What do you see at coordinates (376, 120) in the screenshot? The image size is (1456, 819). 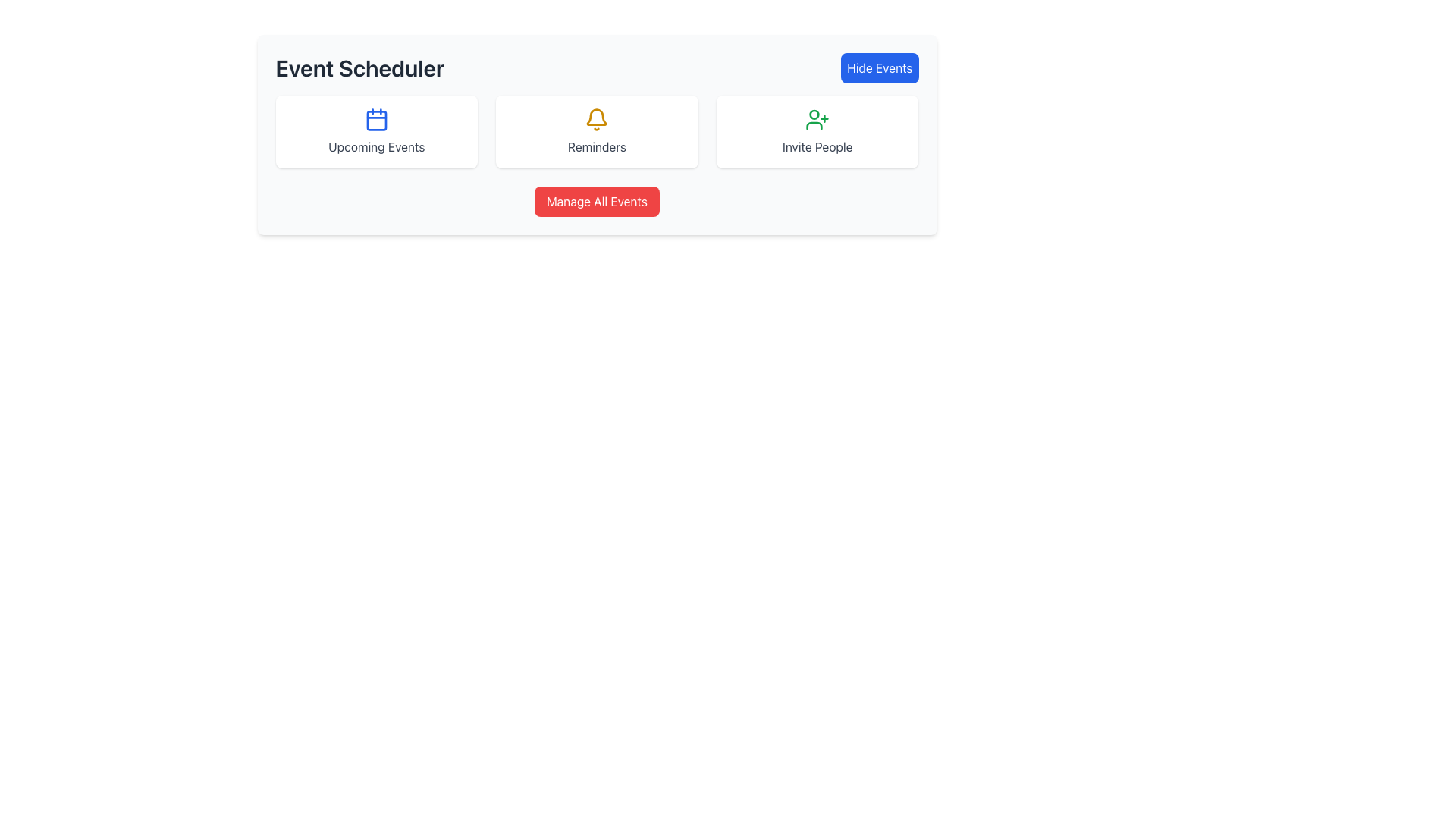 I see `the central rectangular SVG element with rounded corners within the calendar icon in the 'Event Scheduler' section` at bounding box center [376, 120].